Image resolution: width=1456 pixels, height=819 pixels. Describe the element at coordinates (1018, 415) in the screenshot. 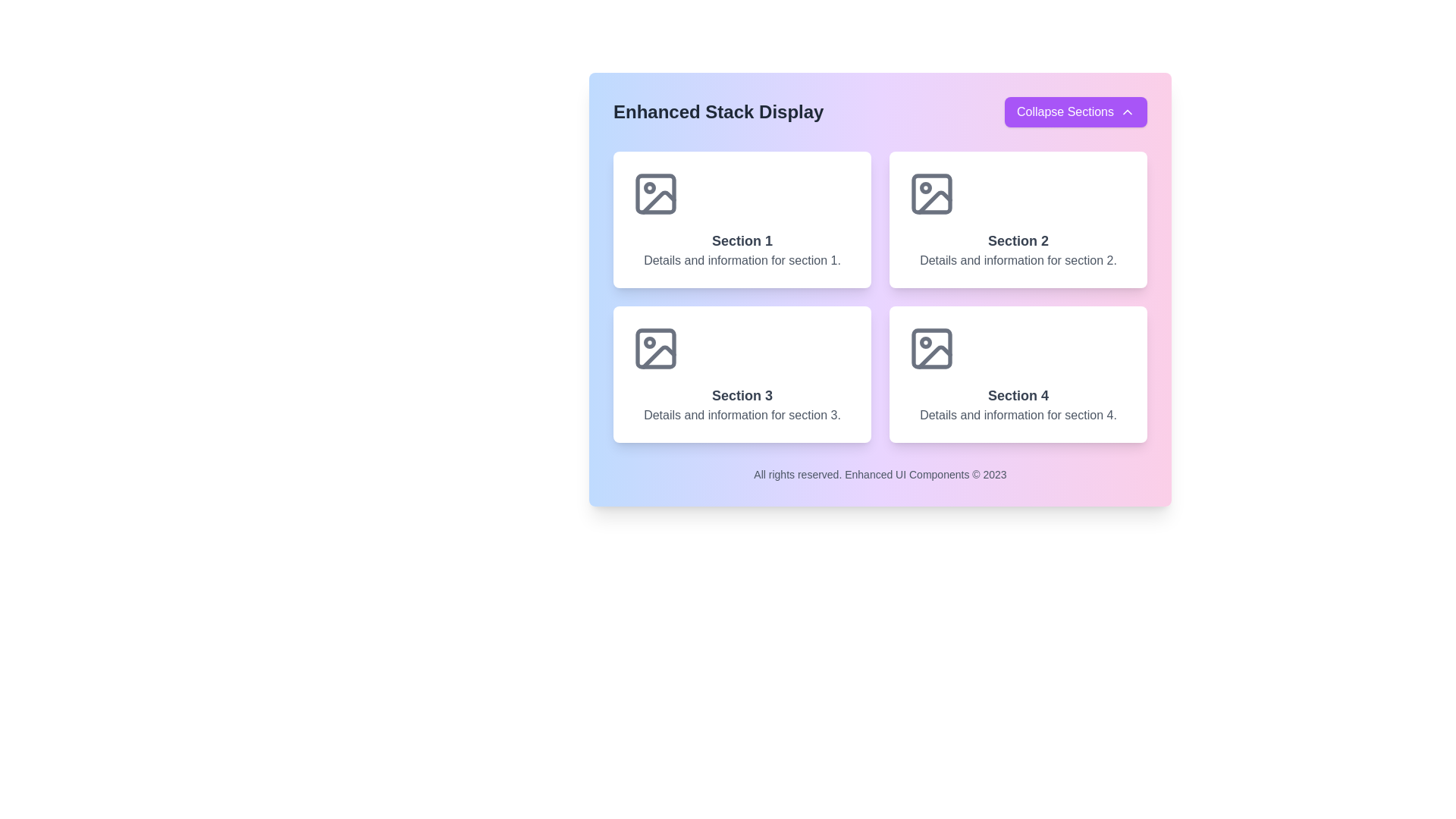

I see `text label displaying 'Details and information for section 4.' located below the 'Section 4' title in the bottom-right corner of the section card` at that location.